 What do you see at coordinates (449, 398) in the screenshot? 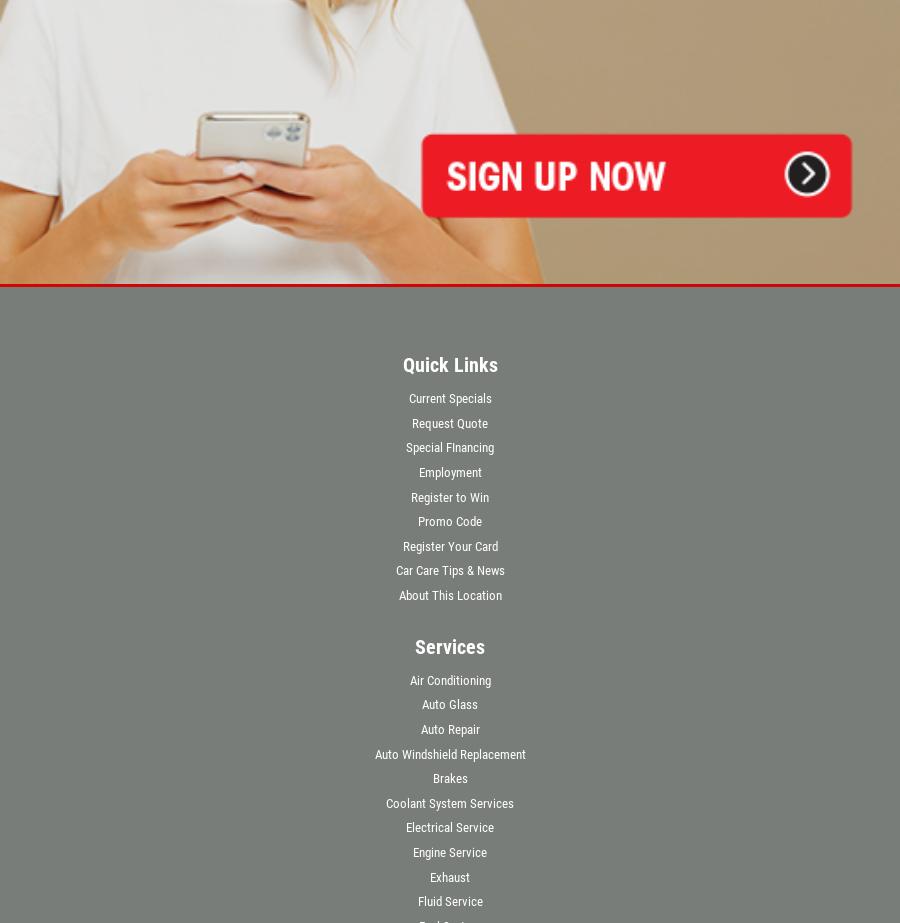
I see `'Current Specials'` at bounding box center [449, 398].